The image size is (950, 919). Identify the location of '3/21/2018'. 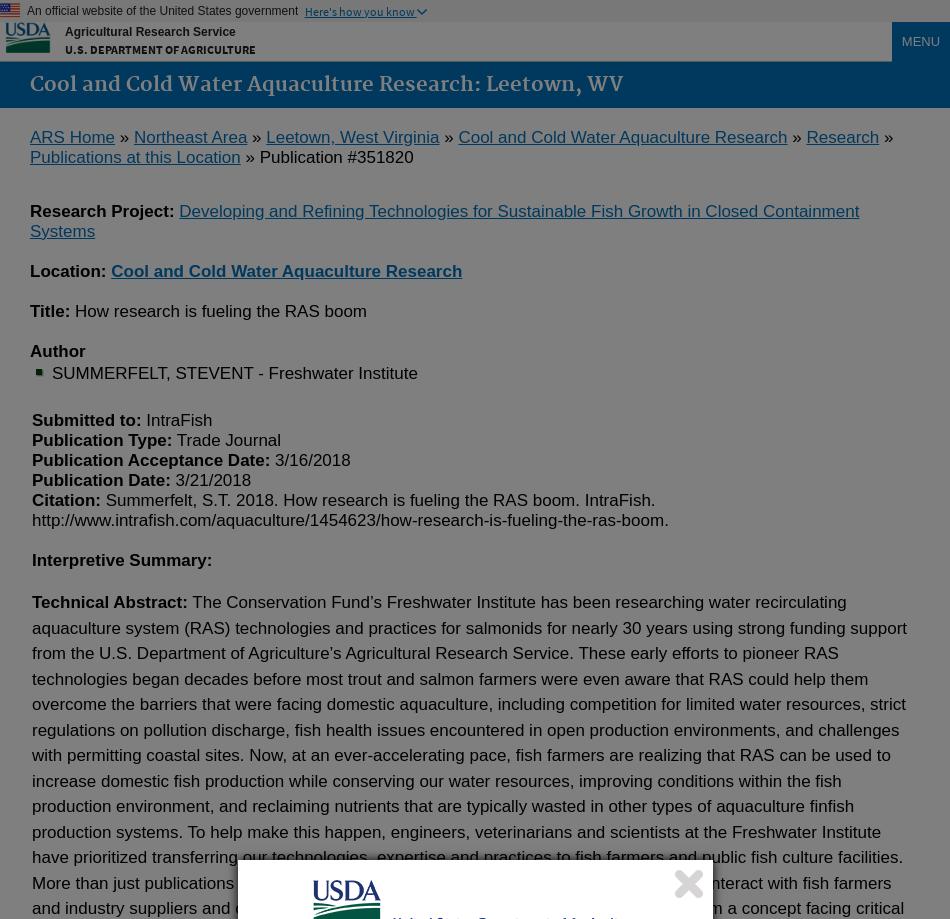
(210, 478).